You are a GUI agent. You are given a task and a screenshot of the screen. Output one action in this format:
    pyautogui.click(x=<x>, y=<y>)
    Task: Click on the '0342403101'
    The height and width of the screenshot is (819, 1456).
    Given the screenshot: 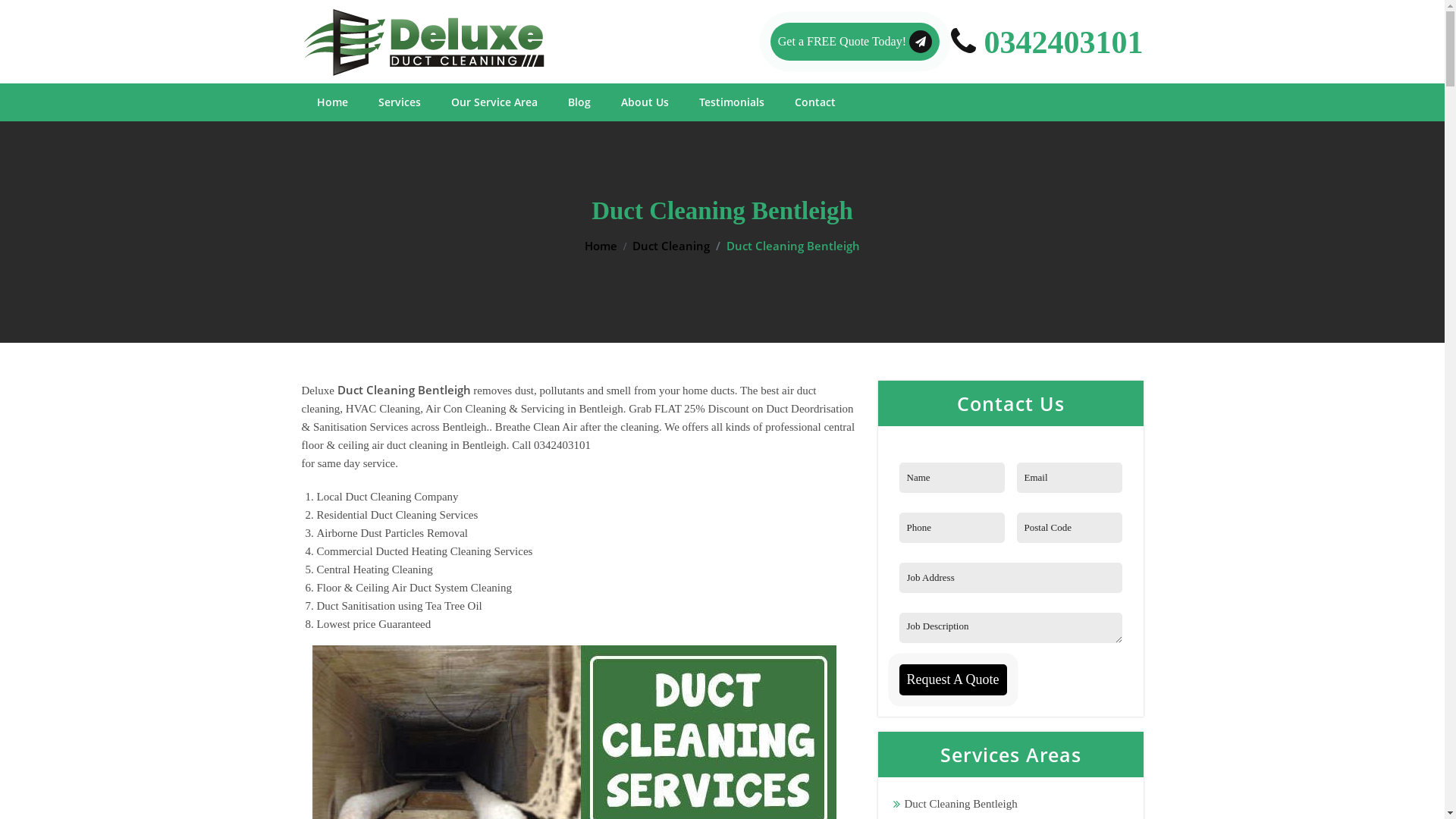 What is the action you would take?
    pyautogui.click(x=1046, y=40)
    